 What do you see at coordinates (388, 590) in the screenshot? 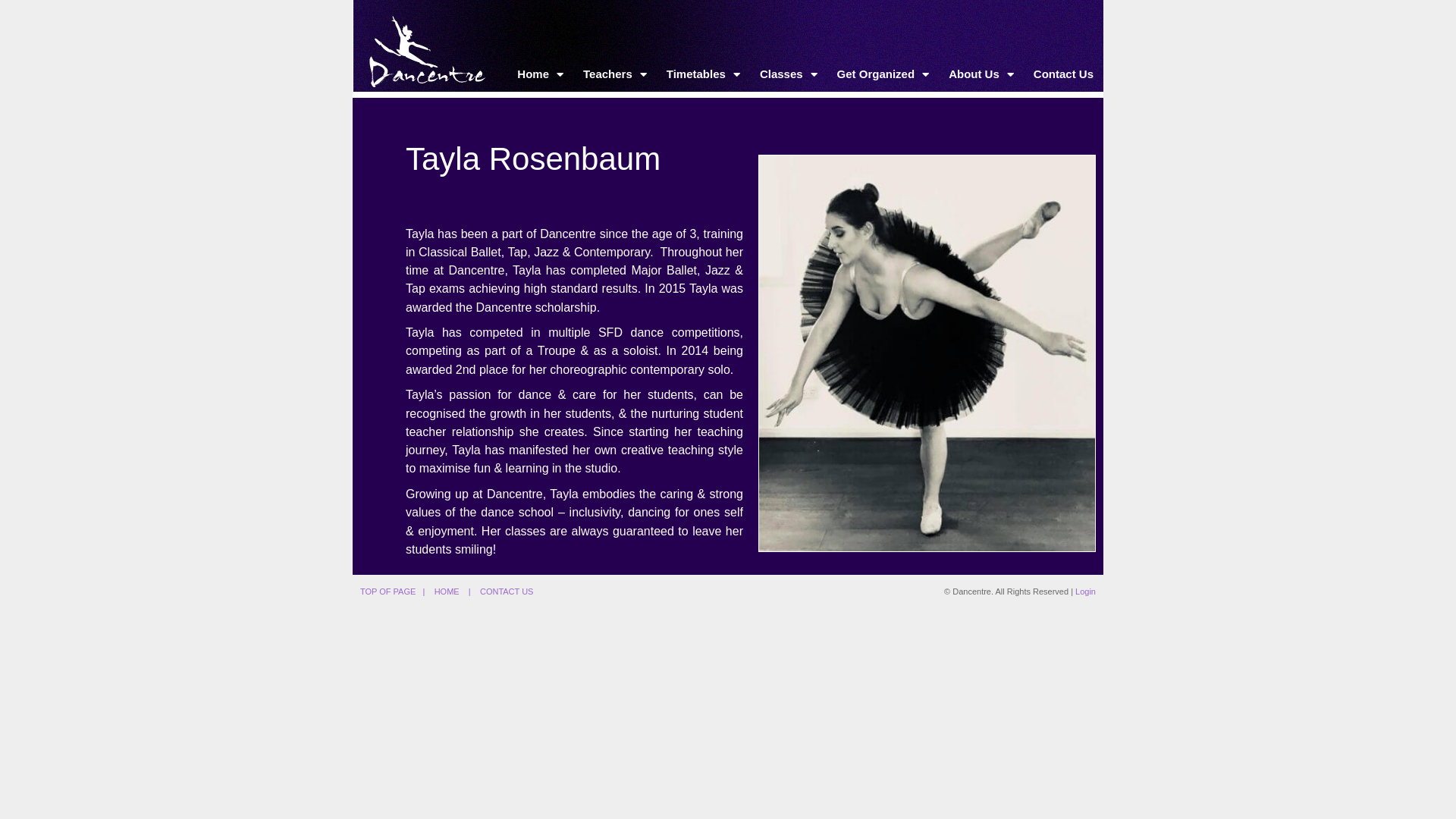
I see `'TOP OF PAGE'` at bounding box center [388, 590].